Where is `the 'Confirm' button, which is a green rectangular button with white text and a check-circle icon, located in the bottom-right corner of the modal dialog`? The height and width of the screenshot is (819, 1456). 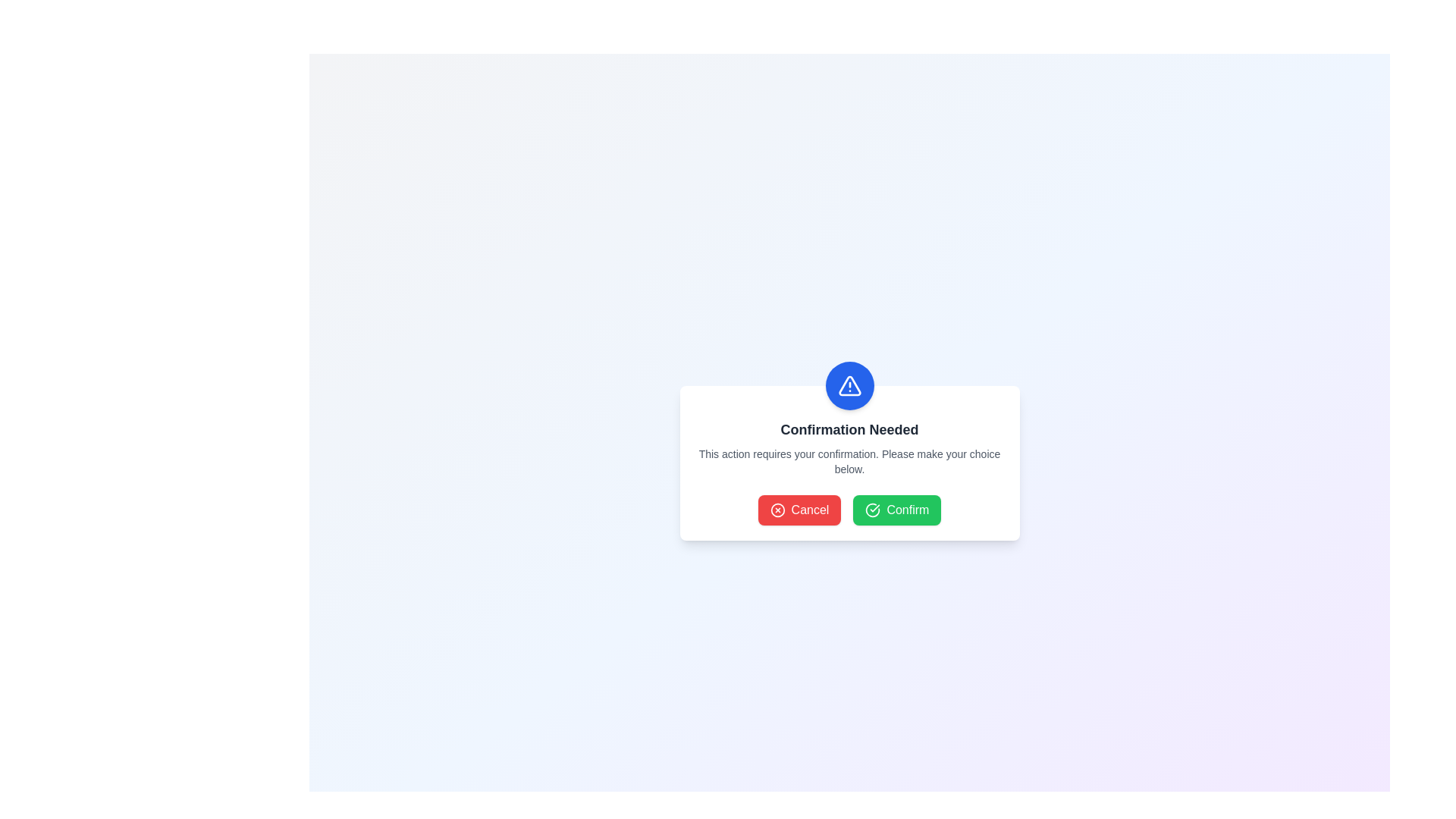 the 'Confirm' button, which is a green rectangular button with white text and a check-circle icon, located in the bottom-right corner of the modal dialog is located at coordinates (897, 510).